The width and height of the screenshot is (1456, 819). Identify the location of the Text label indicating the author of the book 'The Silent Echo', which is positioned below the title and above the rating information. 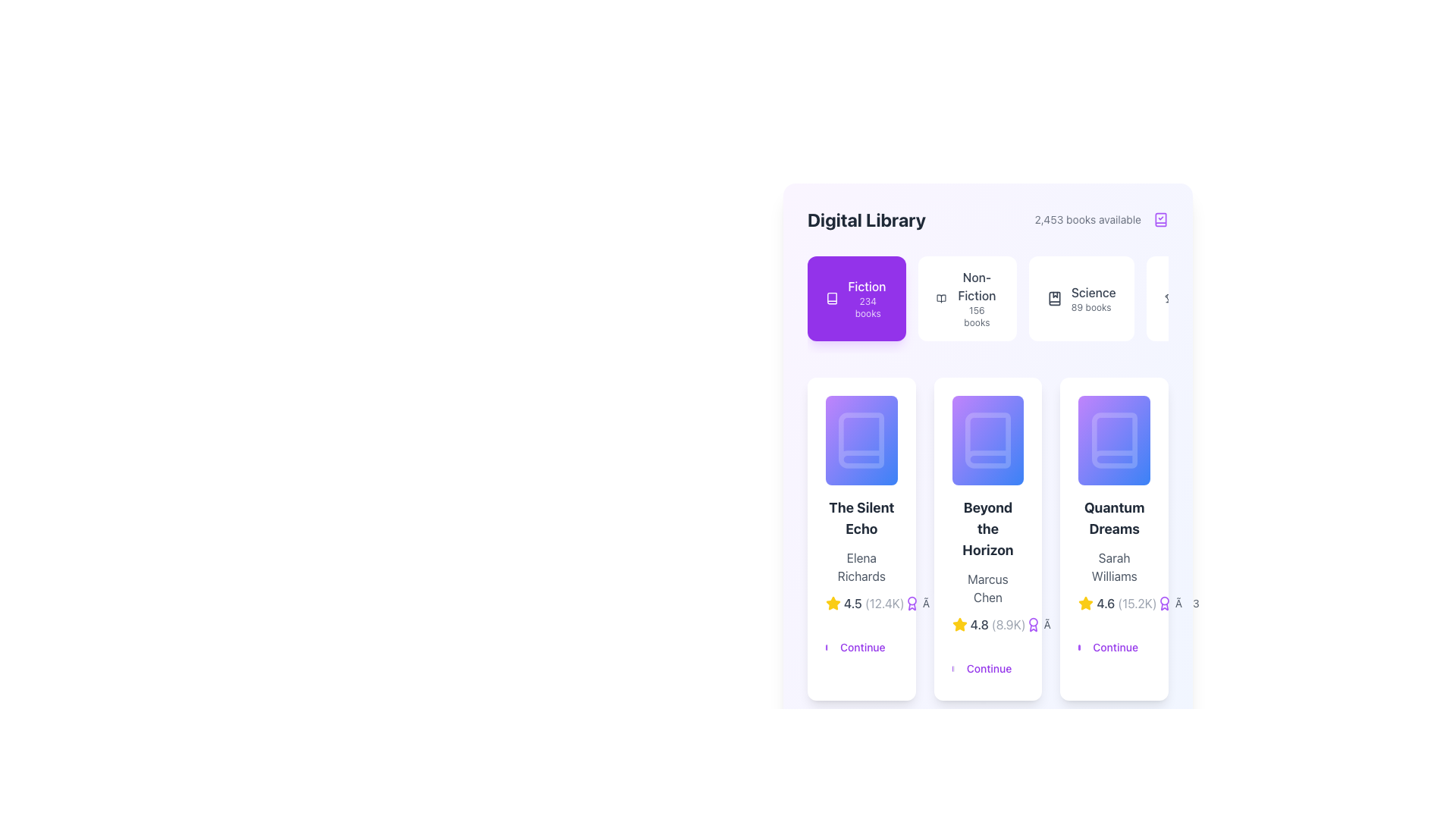
(861, 567).